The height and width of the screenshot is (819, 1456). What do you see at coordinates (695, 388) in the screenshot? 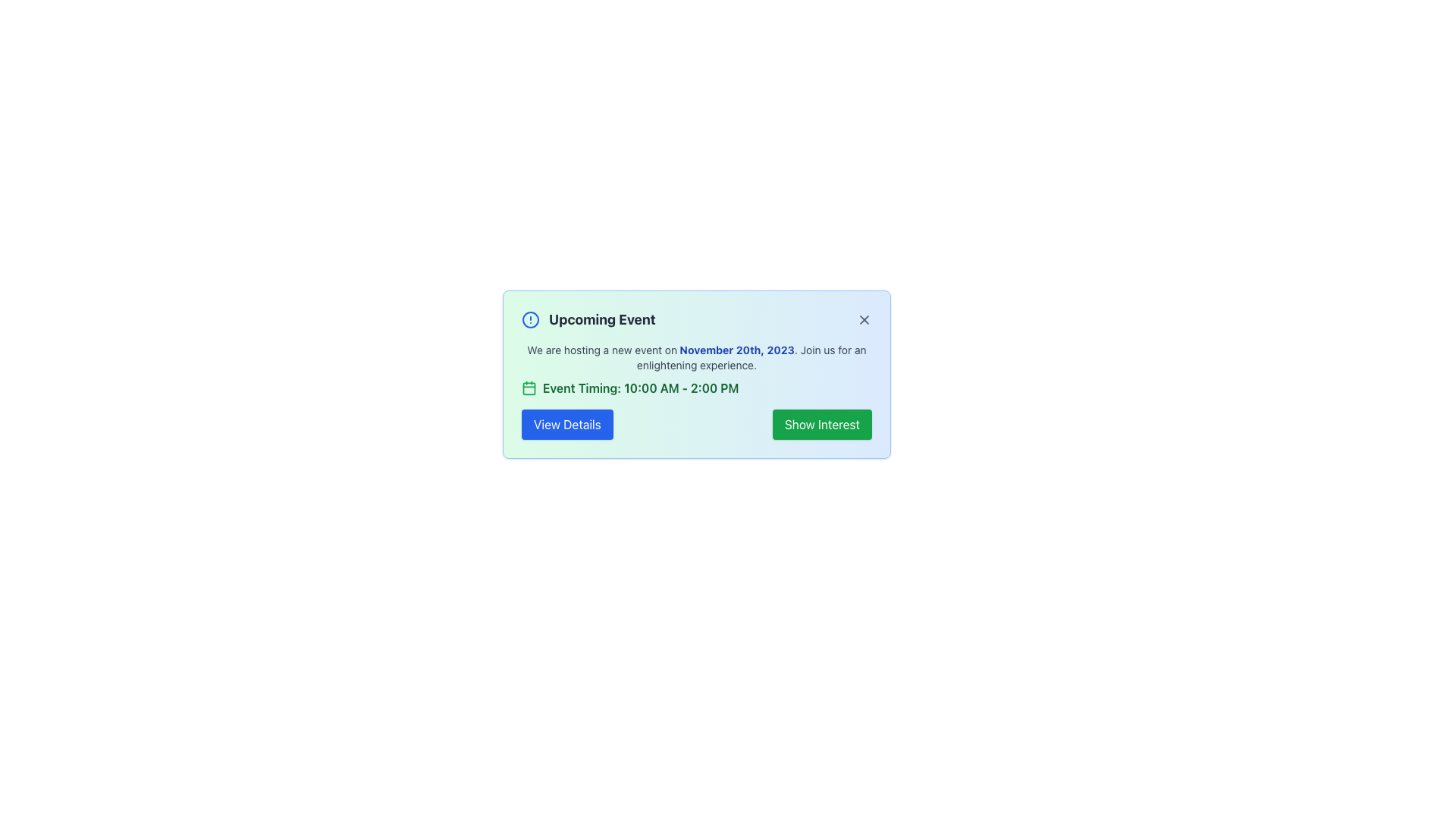
I see `the informational label displaying 'Event Timing: 10:00 AM - 2:00 PM' with a calendar icon, located at the bottom of the textual content area` at bounding box center [695, 388].